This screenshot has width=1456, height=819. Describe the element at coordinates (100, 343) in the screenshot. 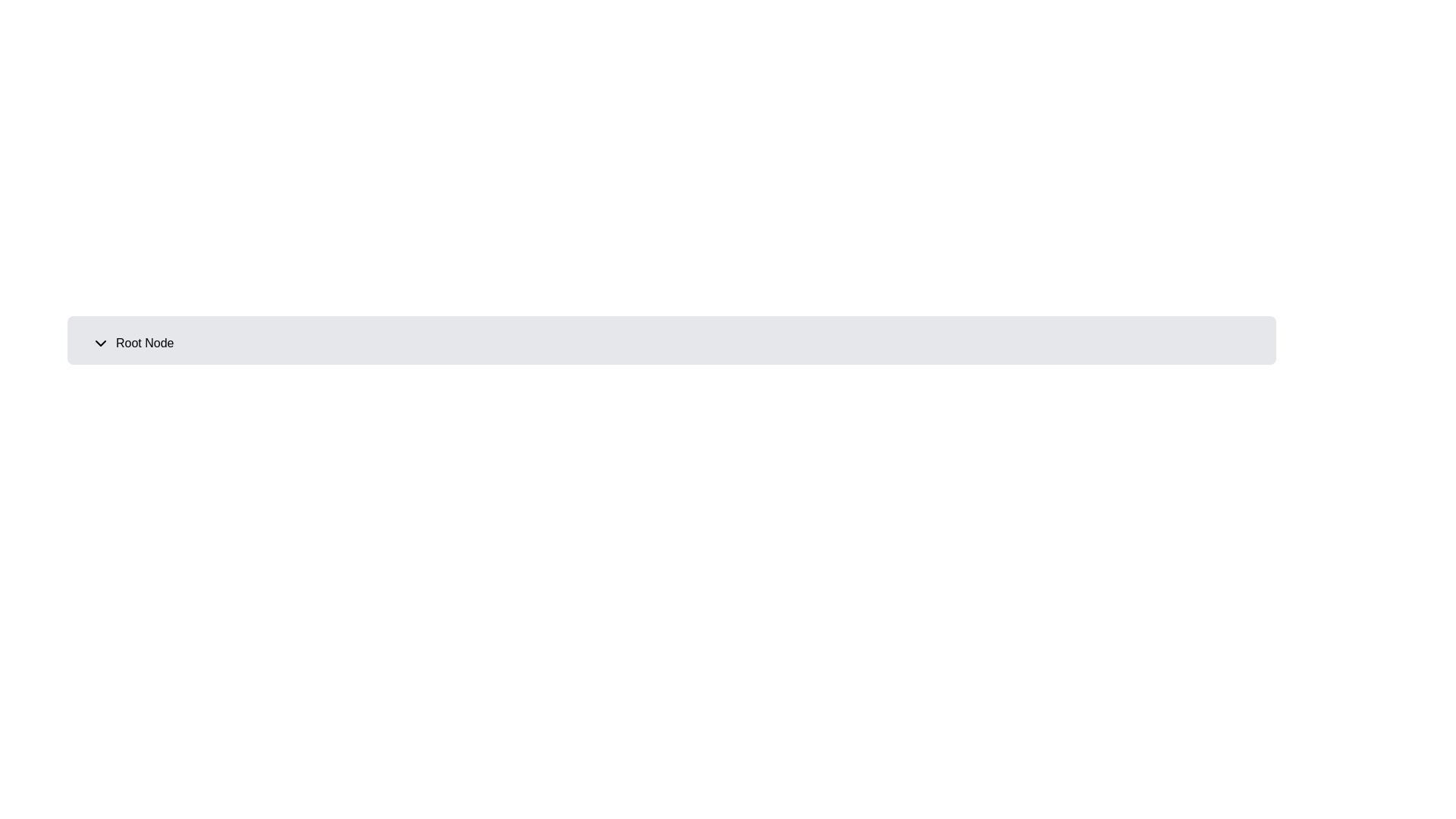

I see `the dropdown indicator SVG icon, which is a small chevron pointing downwards located immediately to the left of the text 'Root Node'` at that location.